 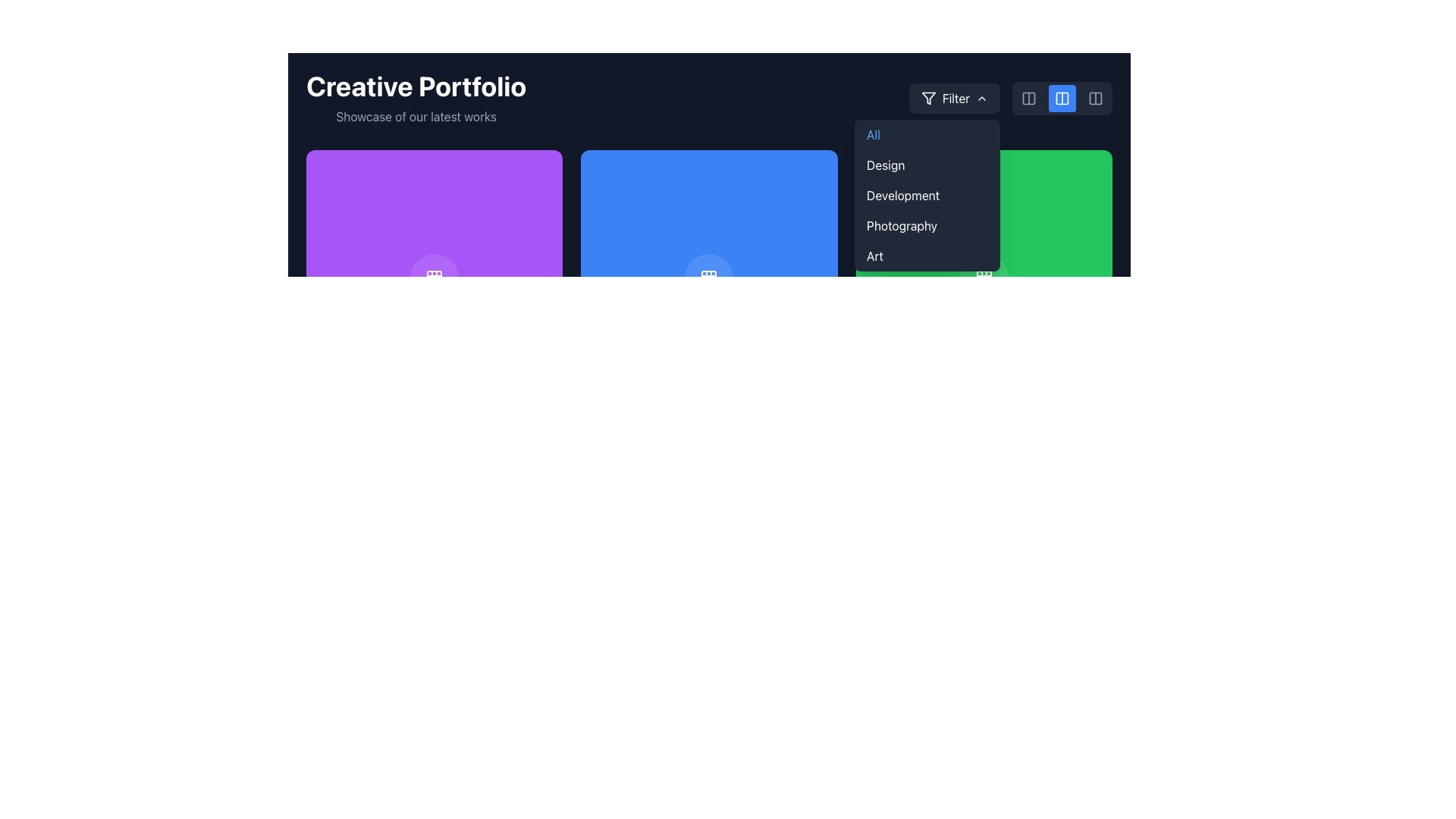 I want to click on the left part of the two-segment grid-style icon element in the top navigation area, which is positioned near the right side, adjacent to a dropdown filter, so click(x=1029, y=99).